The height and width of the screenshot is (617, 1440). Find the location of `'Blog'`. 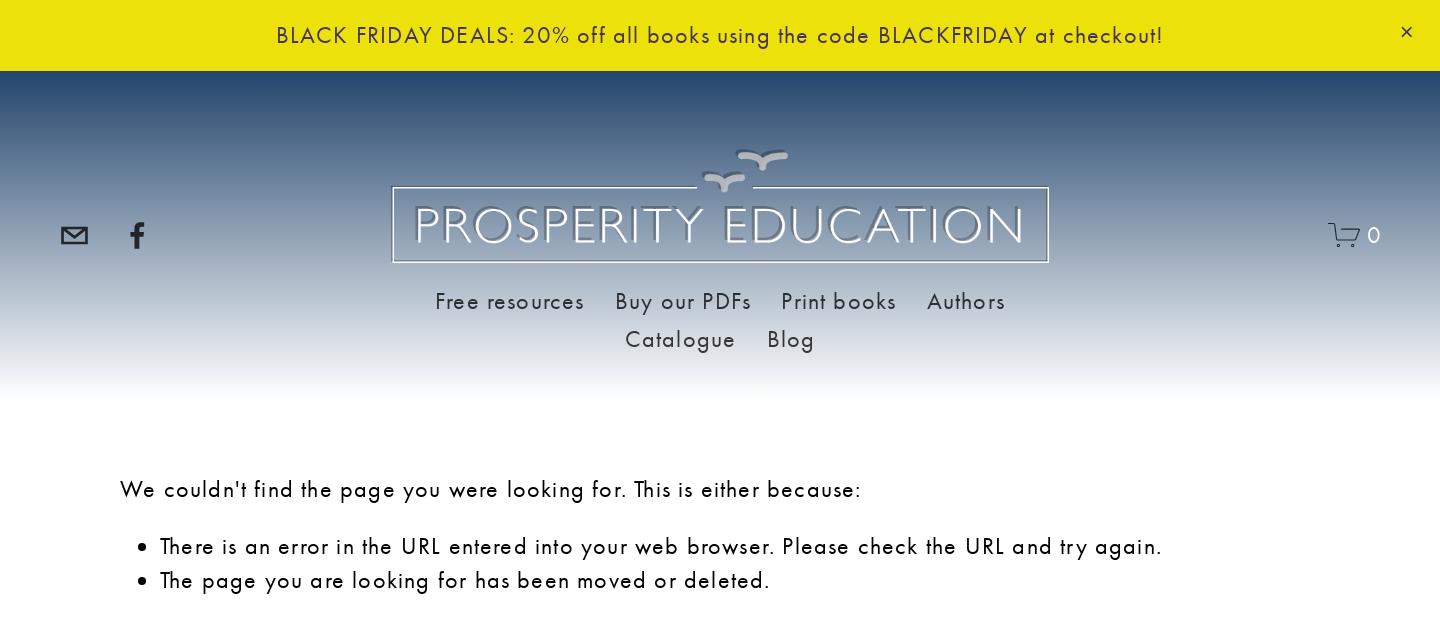

'Blog' is located at coordinates (790, 337).